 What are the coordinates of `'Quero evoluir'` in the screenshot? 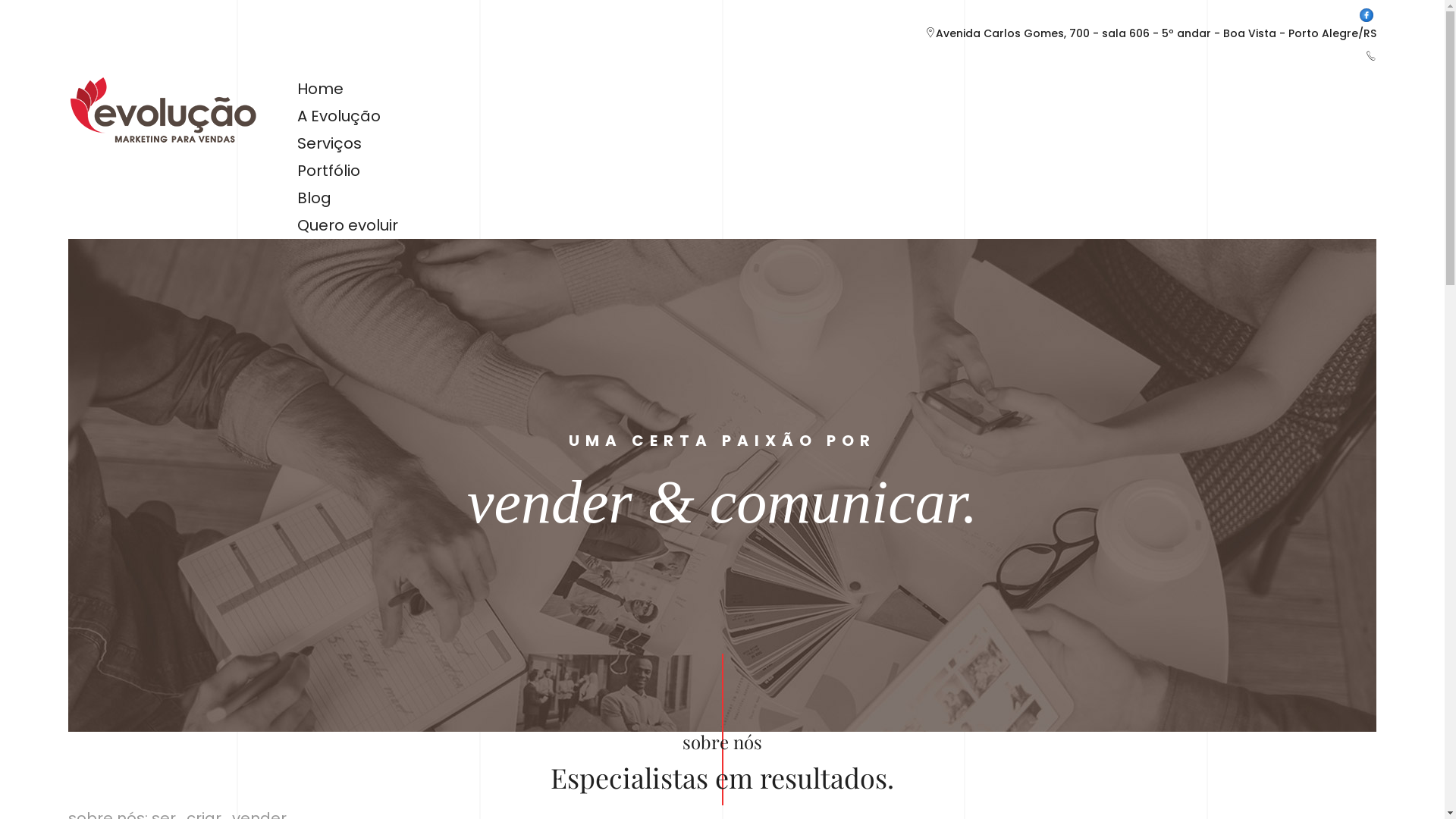 It's located at (347, 225).